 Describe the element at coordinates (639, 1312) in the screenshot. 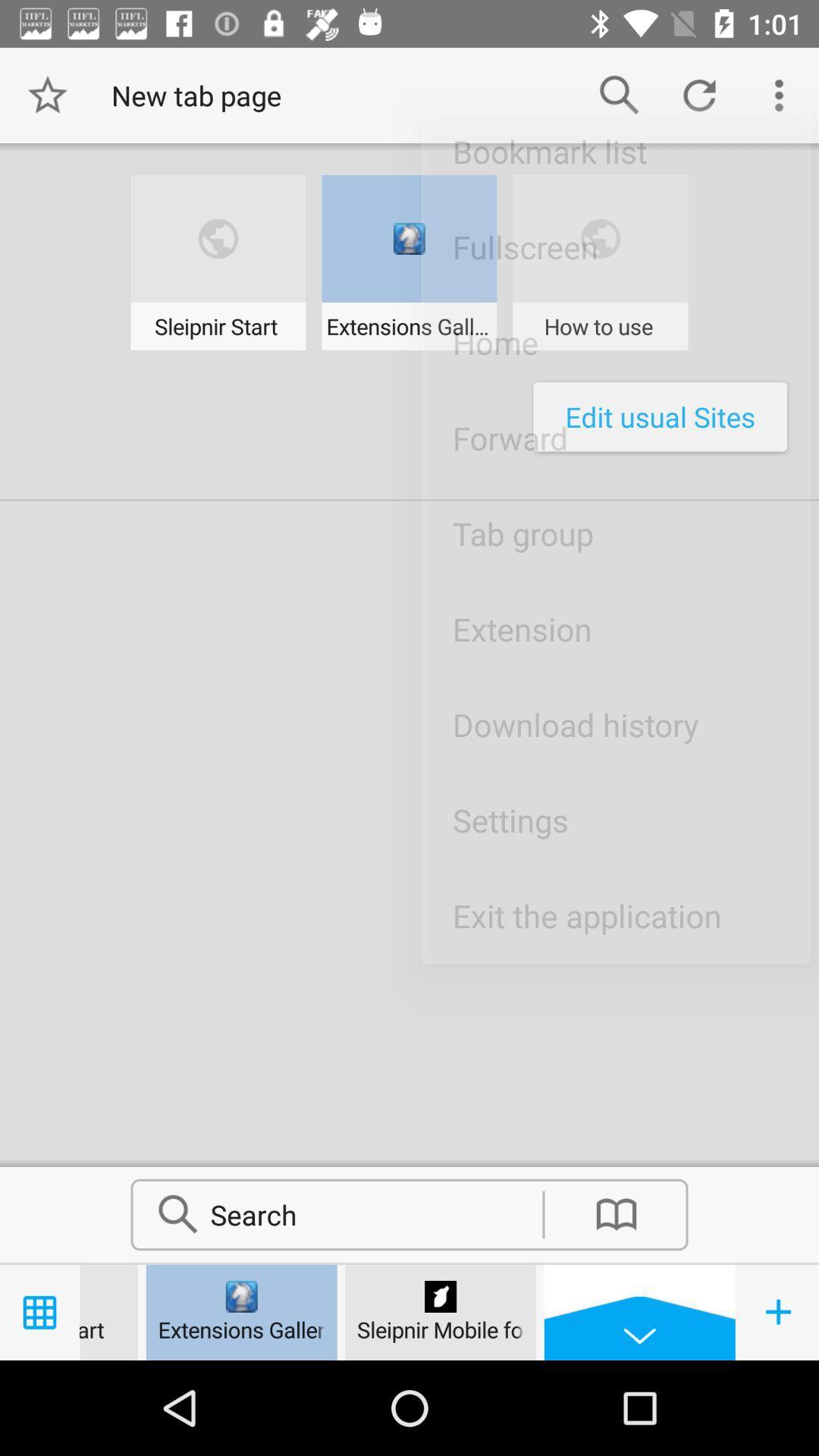

I see `the drop down button left to  at right corner bottom of the page` at that location.